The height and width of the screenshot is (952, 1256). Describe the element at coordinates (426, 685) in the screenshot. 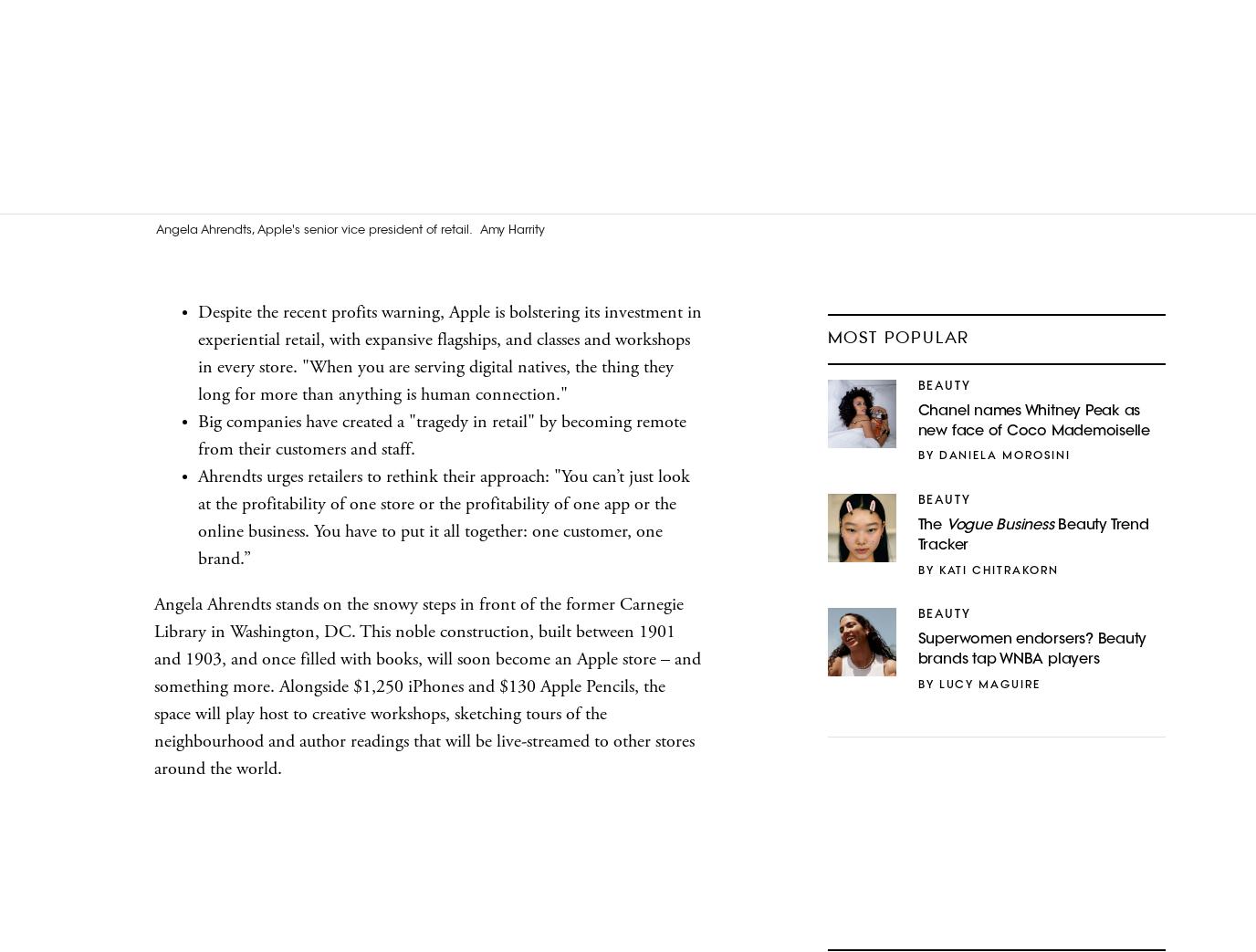

I see `'Angela Ahrendts stands on the snowy steps in front of the former Carnegie Library in Washington, DC. This noble construction, built between 1901 and 1903, and once filled with books, will soon become an Apple store – and something more. Alongside $1,250 iPhones and $130 Apple Pencils, the space will play host to creative workshops, sketching tours of the neighbourhood and author readings that will be live-streamed to other stores around the world.'` at that location.